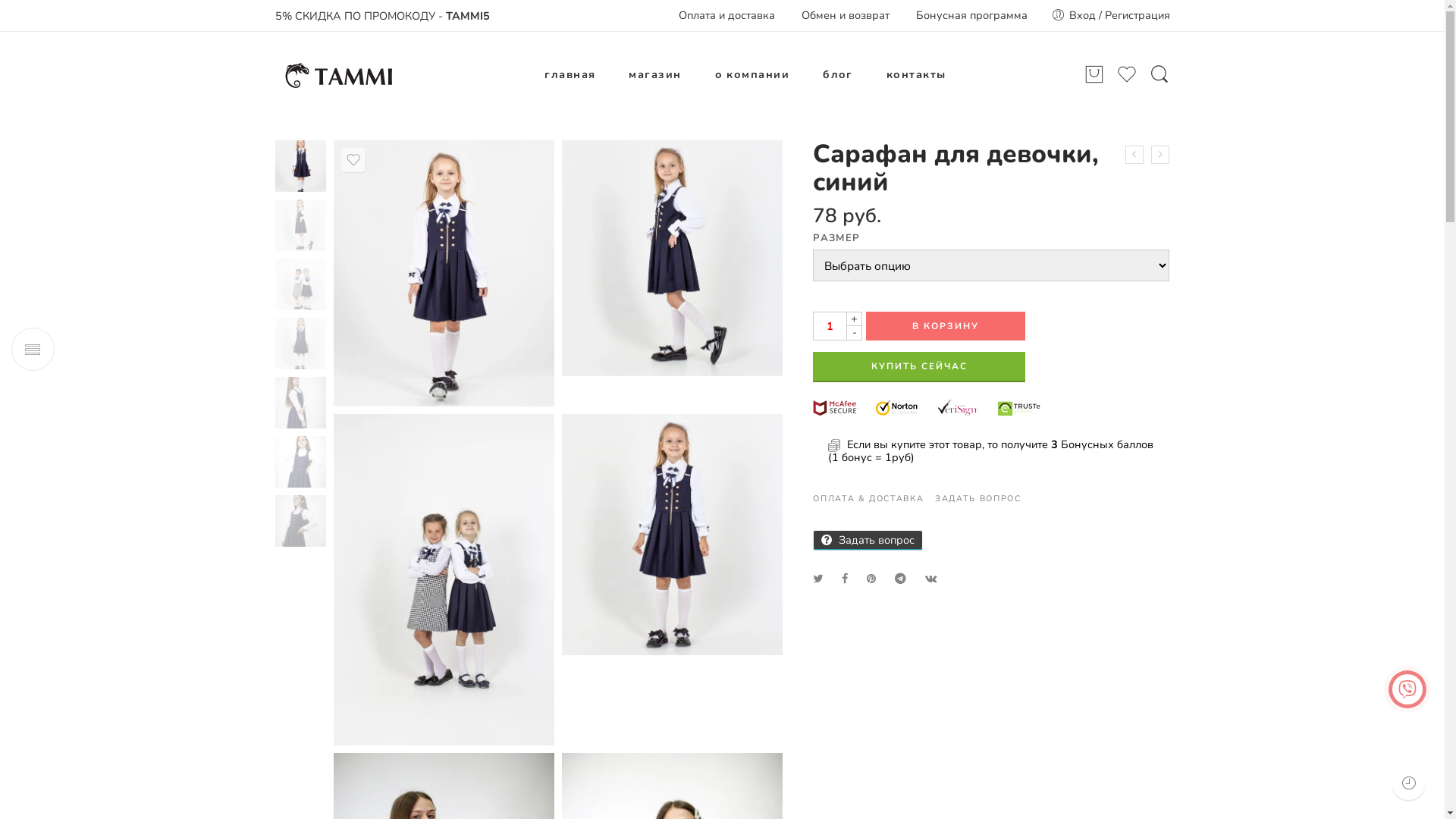  I want to click on 'Share on VK', so click(930, 579).